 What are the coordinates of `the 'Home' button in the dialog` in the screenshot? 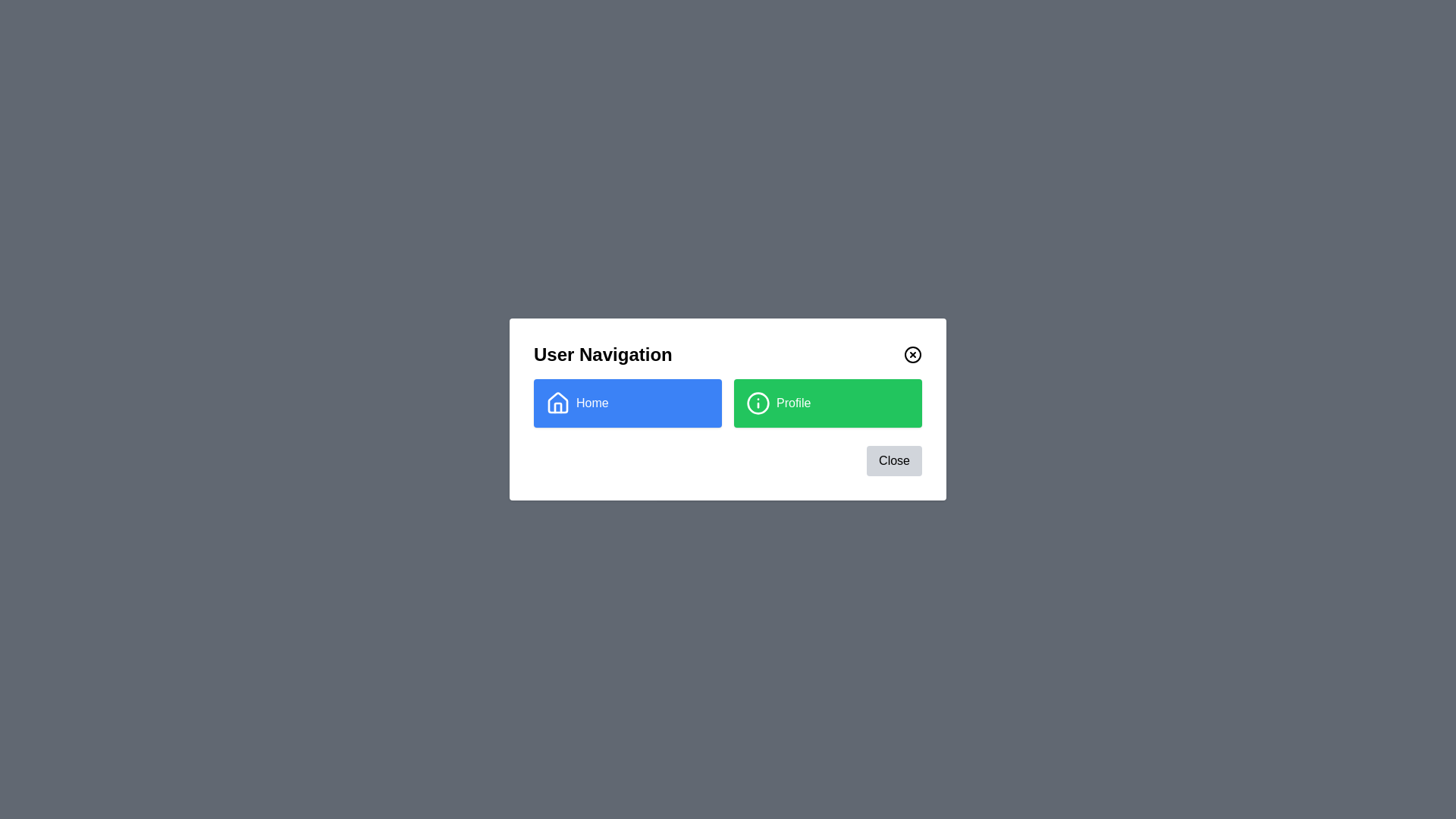 It's located at (628, 403).